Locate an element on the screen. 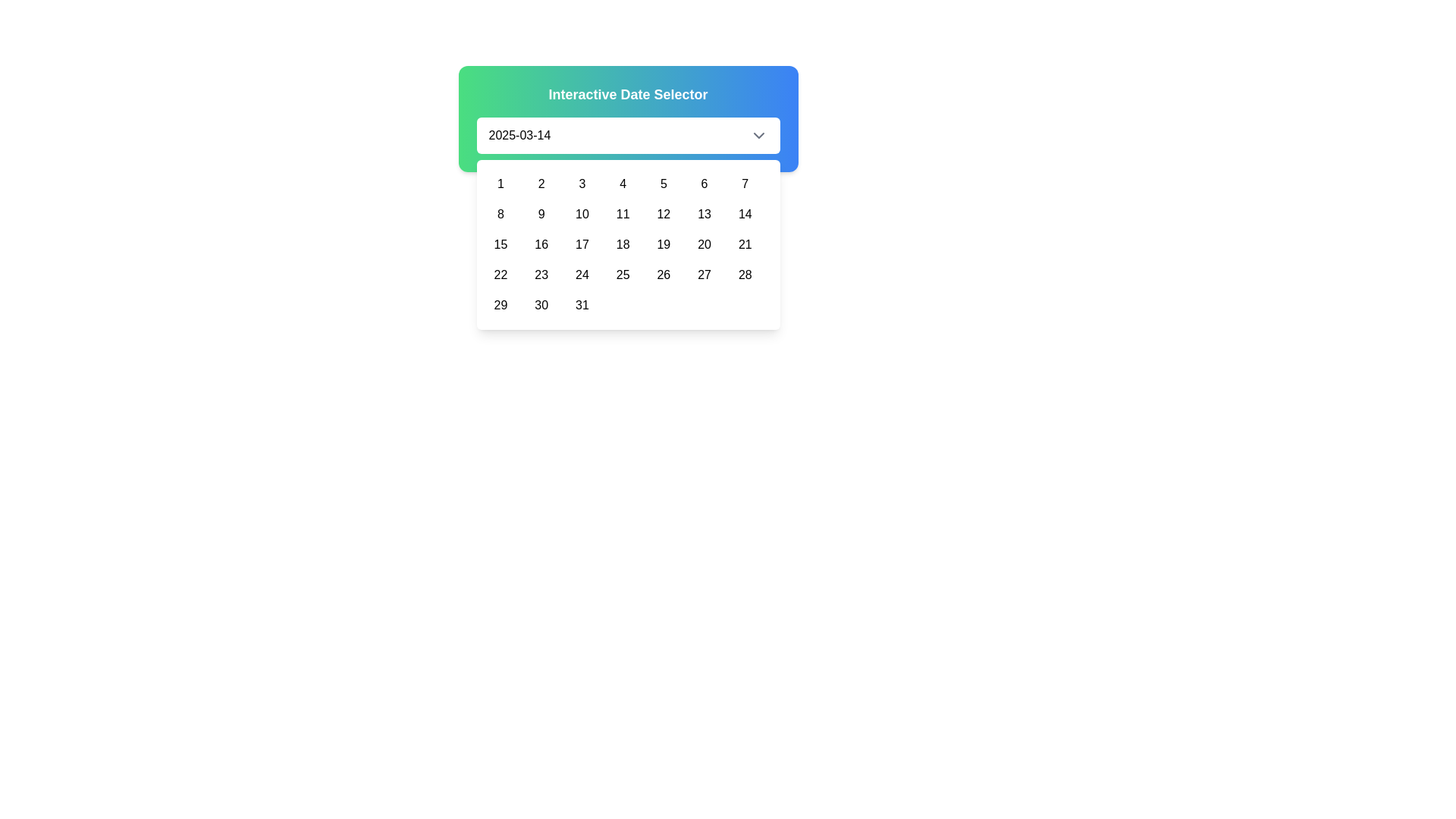 This screenshot has height=819, width=1456. the button that allows the user to select the date numbered '6' from the calendar is located at coordinates (704, 184).